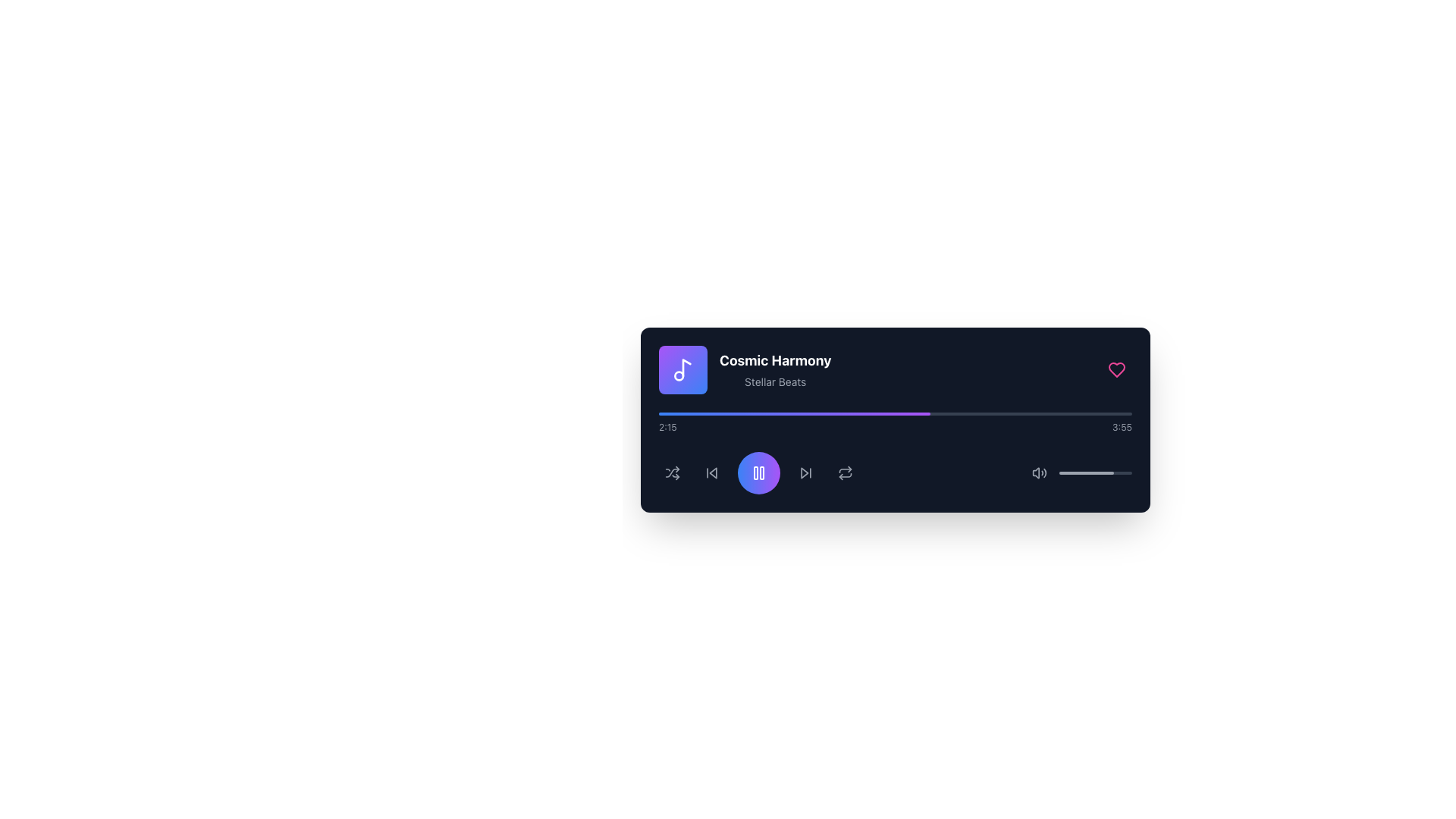 This screenshot has width=1456, height=819. I want to click on playback time, so click(1073, 414).